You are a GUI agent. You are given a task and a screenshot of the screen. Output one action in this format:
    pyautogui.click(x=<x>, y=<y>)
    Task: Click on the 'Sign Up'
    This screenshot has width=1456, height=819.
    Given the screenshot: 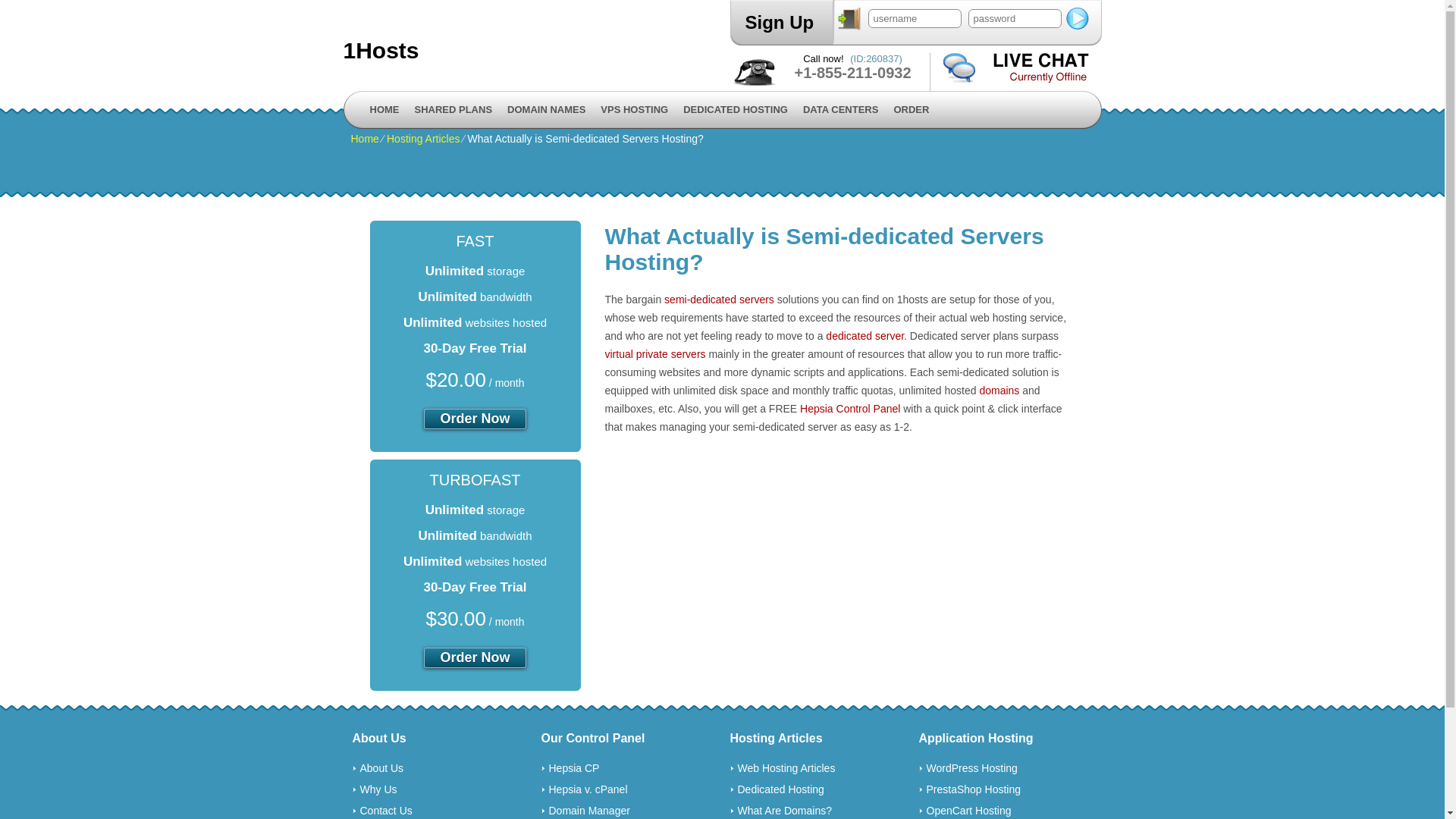 What is the action you would take?
    pyautogui.click(x=779, y=22)
    